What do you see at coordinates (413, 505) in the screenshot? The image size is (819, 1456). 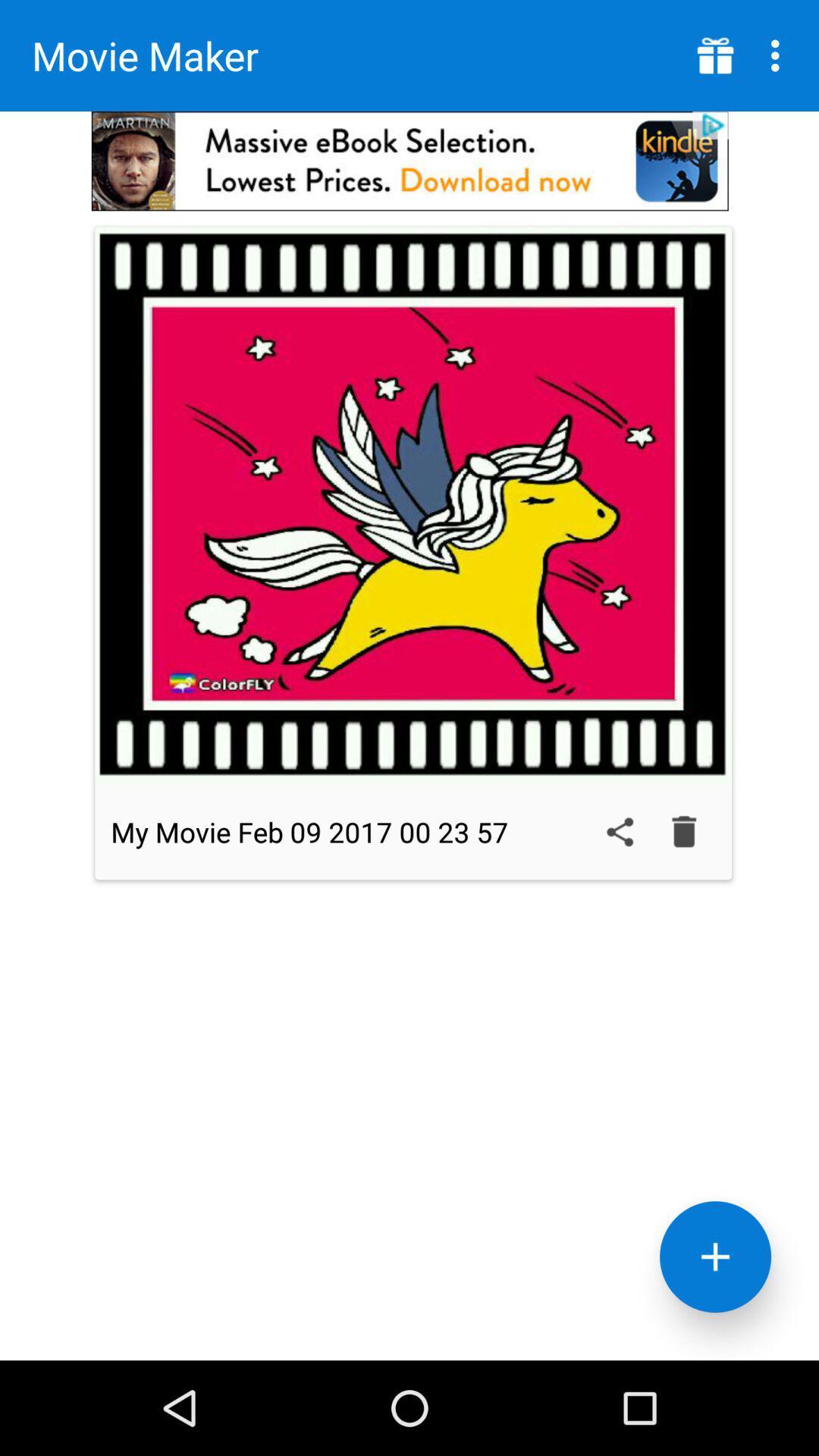 I see `video` at bounding box center [413, 505].